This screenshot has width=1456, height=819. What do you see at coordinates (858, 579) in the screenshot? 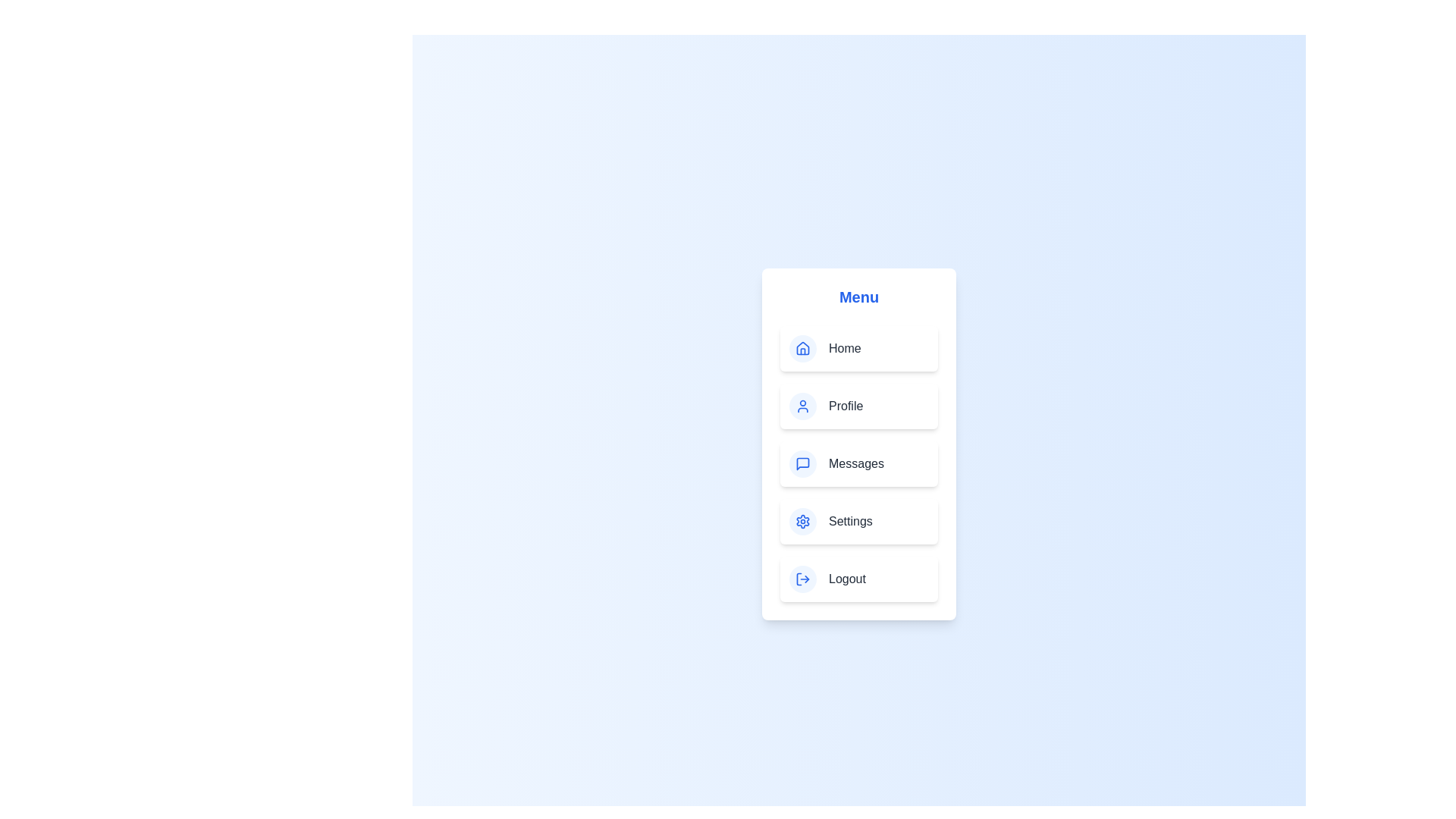
I see `the menu item labeled Logout` at bounding box center [858, 579].